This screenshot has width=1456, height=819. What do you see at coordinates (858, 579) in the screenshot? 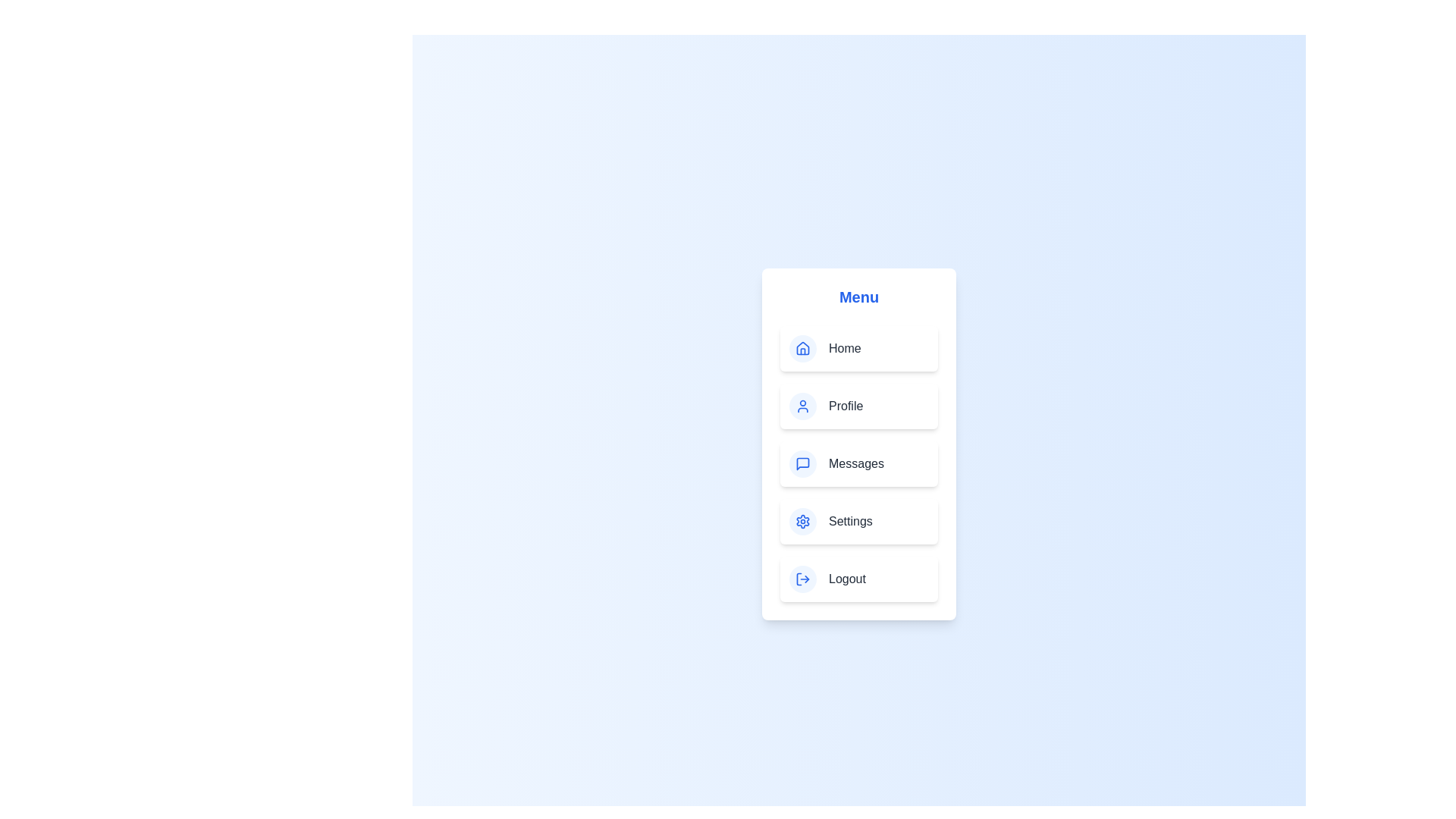
I see `the menu item labeled Logout` at bounding box center [858, 579].